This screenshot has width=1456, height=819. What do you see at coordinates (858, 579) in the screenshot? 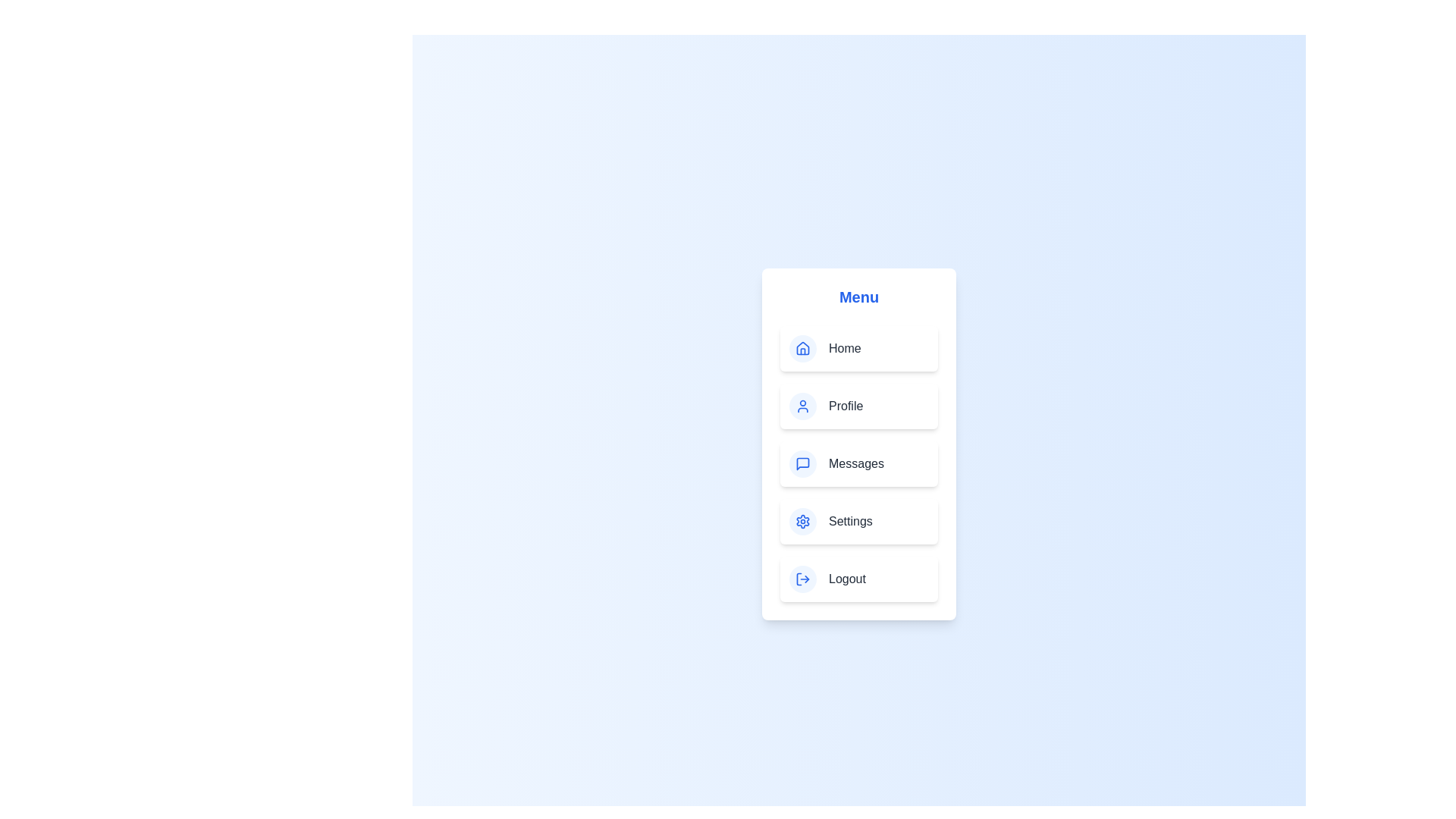
I see `the menu item labeled Logout` at bounding box center [858, 579].